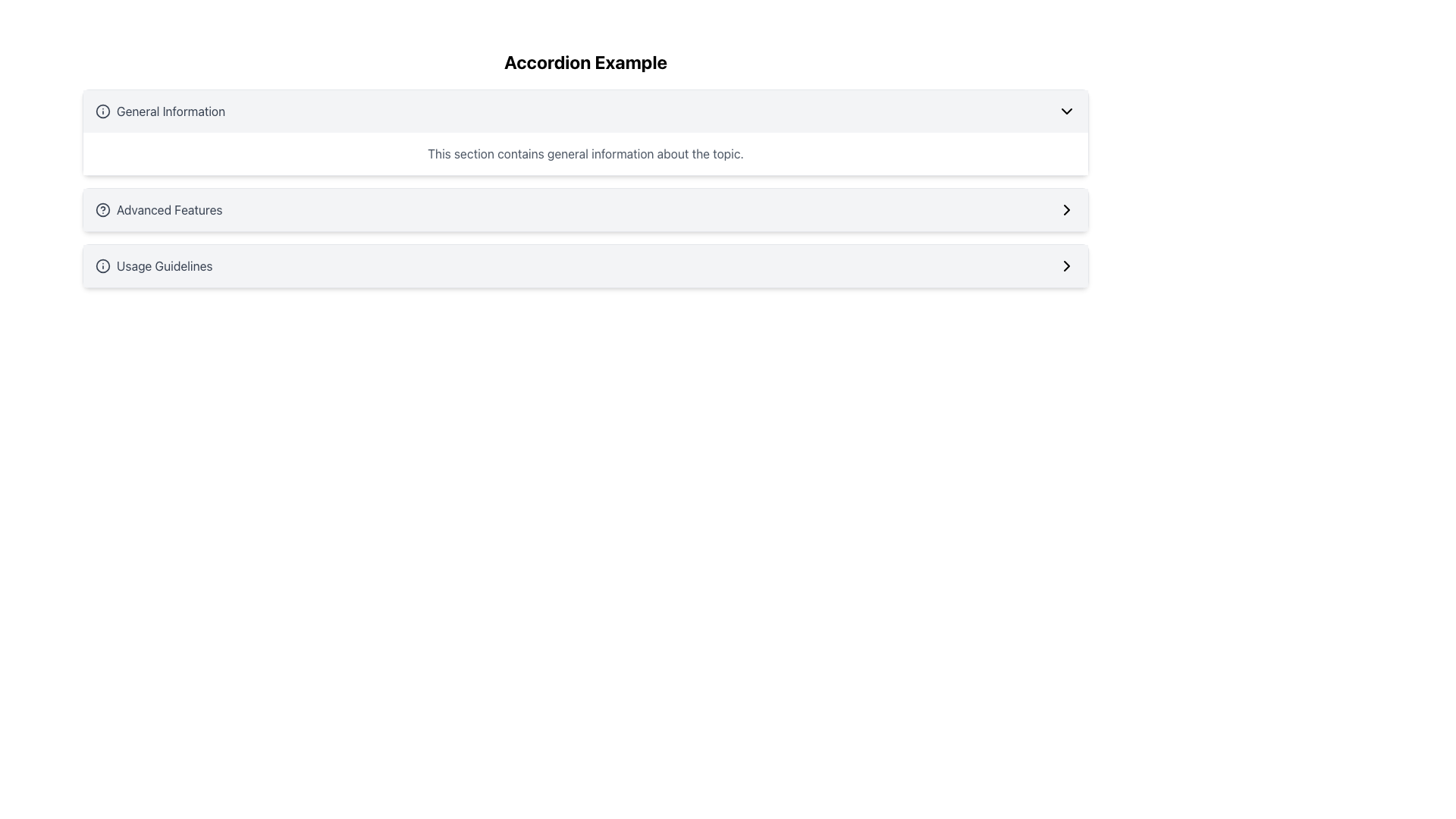  I want to click on the icon located to the left of the 'General Information.' text to trigger the tooltip, so click(102, 110).